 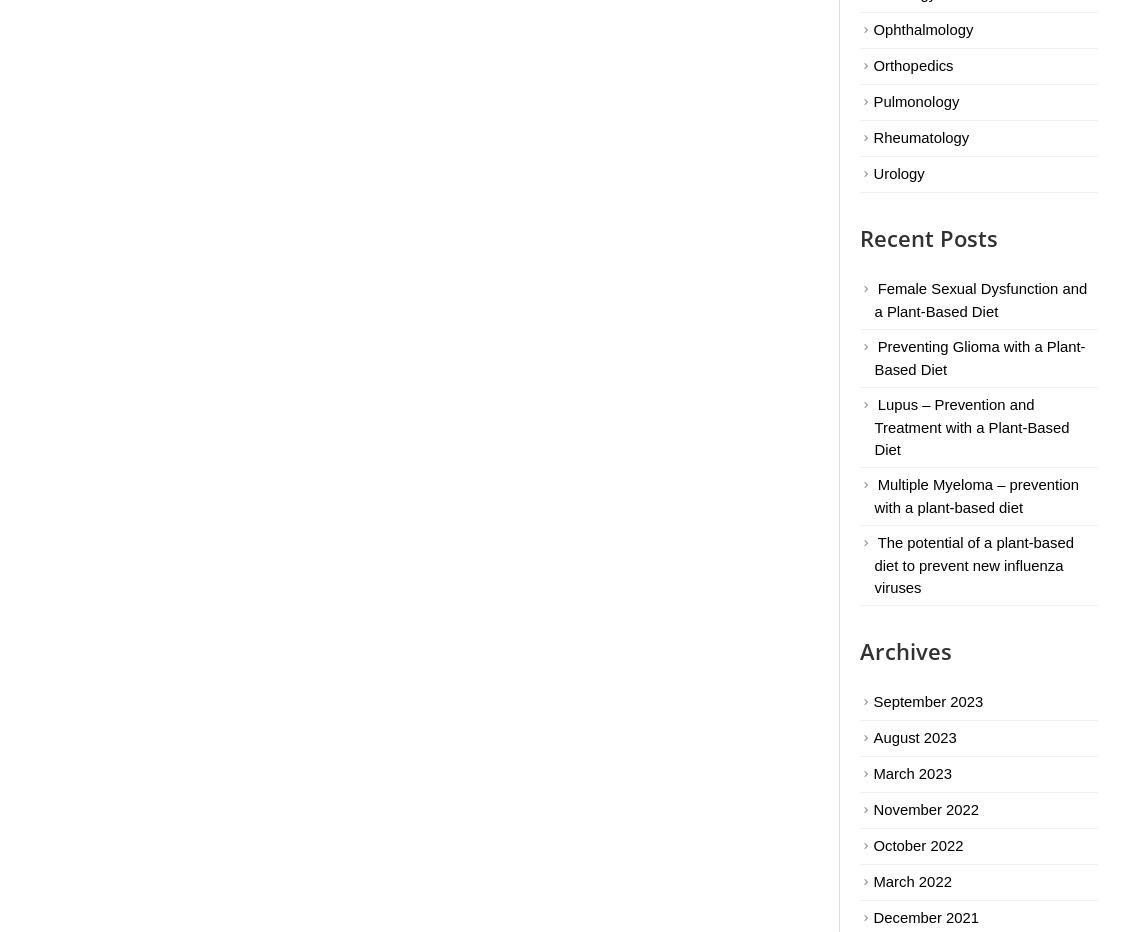 What do you see at coordinates (912, 65) in the screenshot?
I see `'Orthopedics'` at bounding box center [912, 65].